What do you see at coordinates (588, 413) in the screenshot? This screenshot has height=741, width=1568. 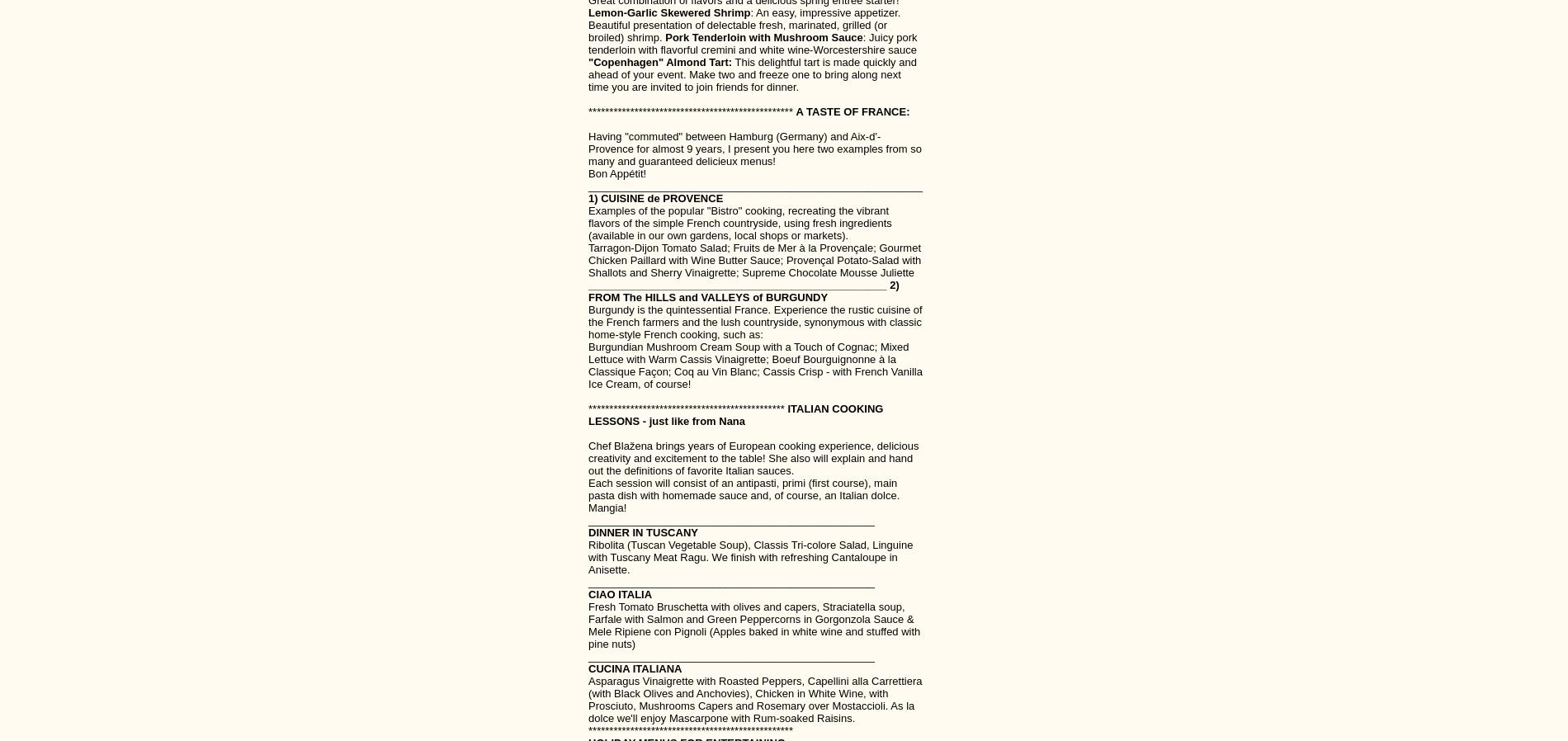 I see `'ITALIAN COOKING LESSONS - just like from Nana'` at bounding box center [588, 413].